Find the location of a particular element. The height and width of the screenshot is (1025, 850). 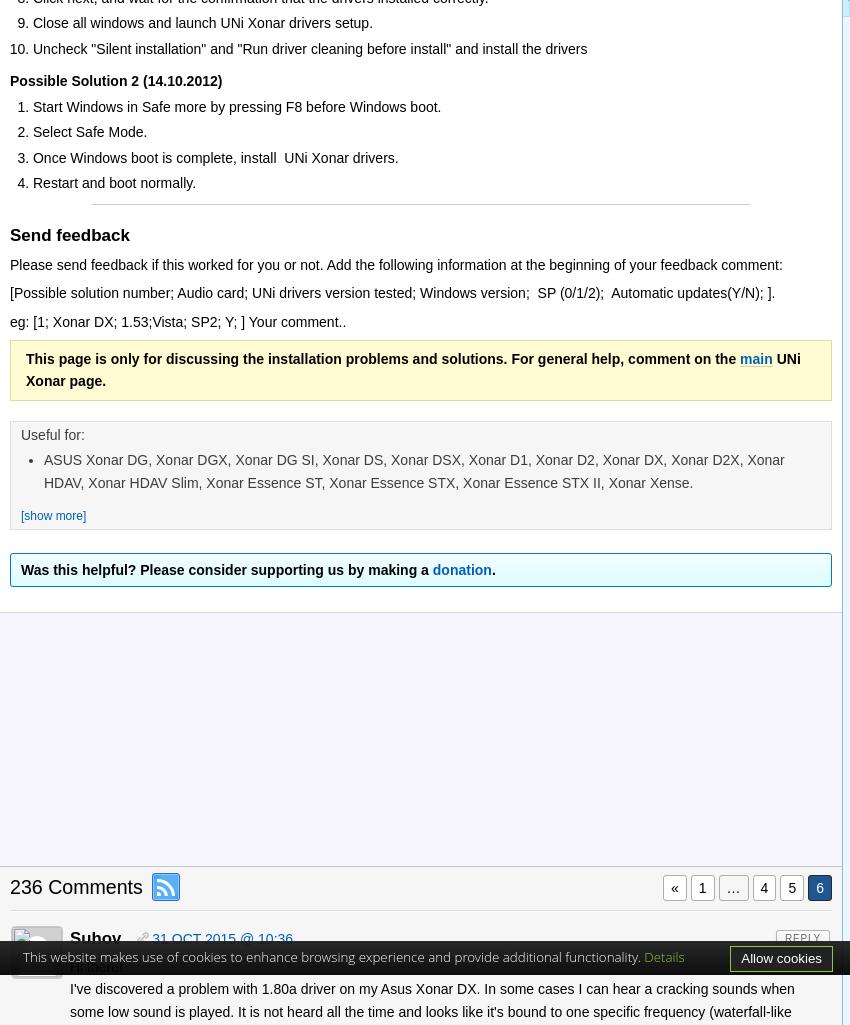

'Was this helpful? Please consider supporting us by making a' is located at coordinates (226, 570).